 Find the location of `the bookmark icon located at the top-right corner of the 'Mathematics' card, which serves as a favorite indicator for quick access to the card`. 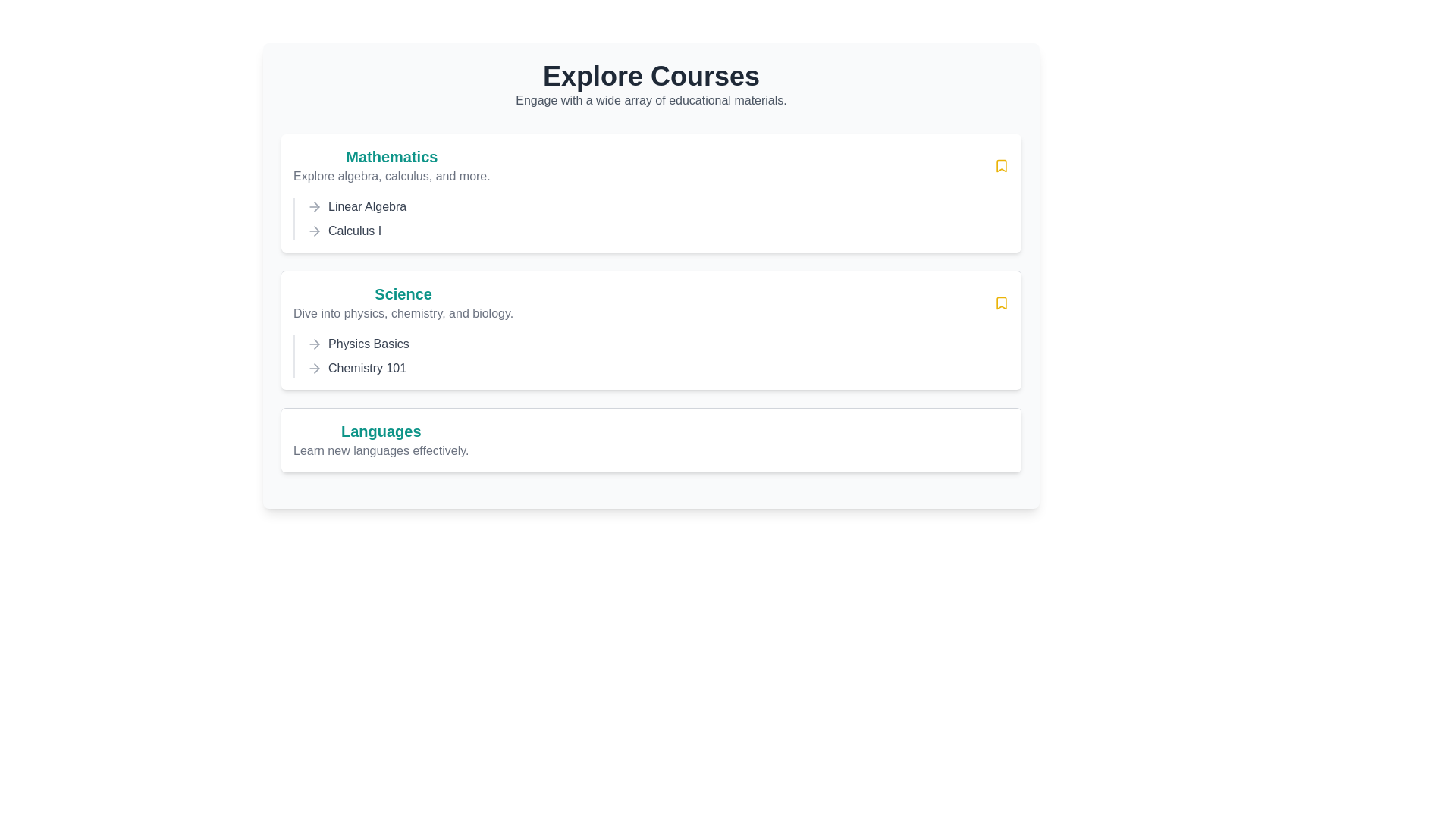

the bookmark icon located at the top-right corner of the 'Mathematics' card, which serves as a favorite indicator for quick access to the card is located at coordinates (1001, 166).